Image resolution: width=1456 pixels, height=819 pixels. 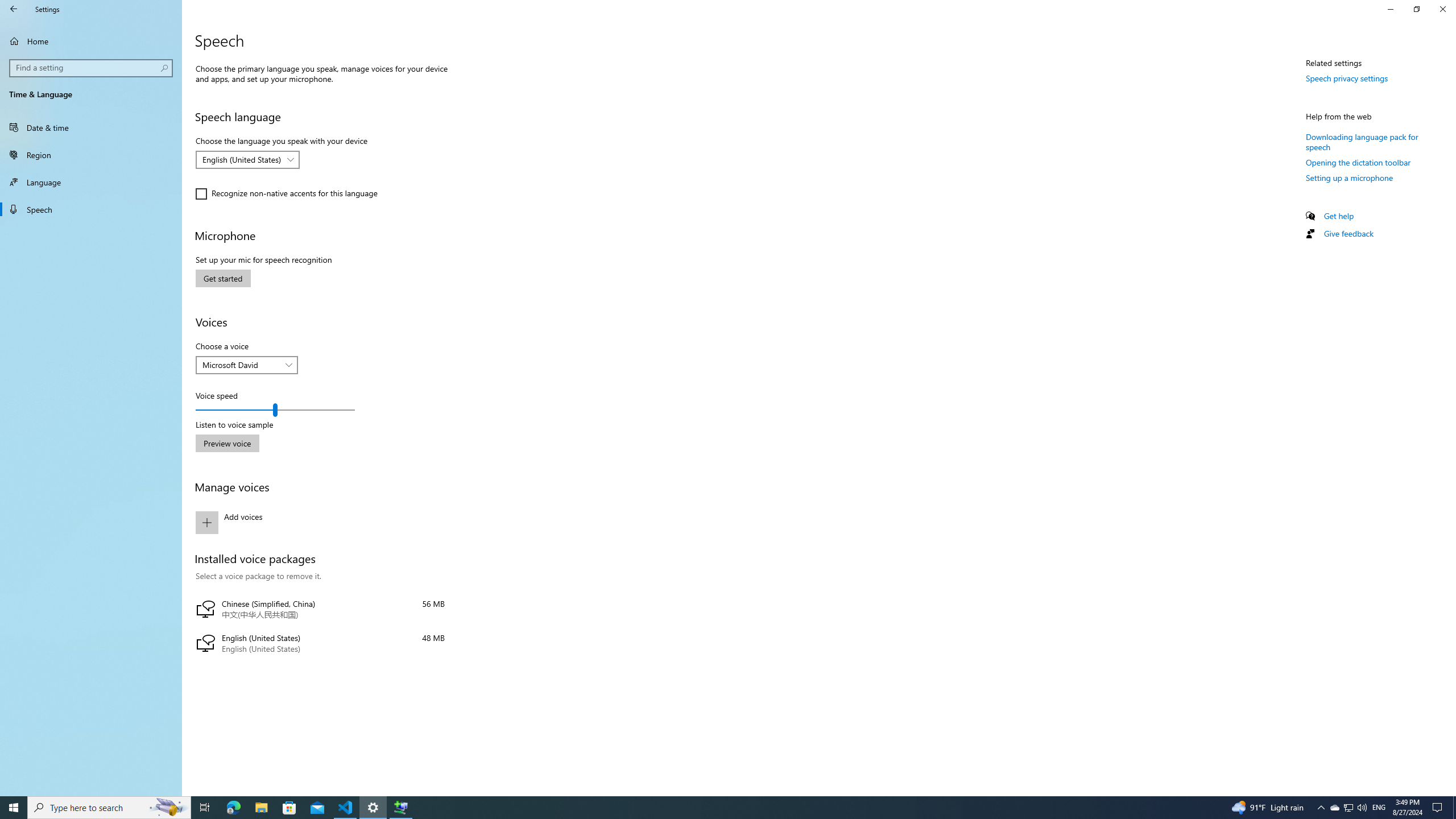 I want to click on 'Type here to search', so click(x=109, y=806).